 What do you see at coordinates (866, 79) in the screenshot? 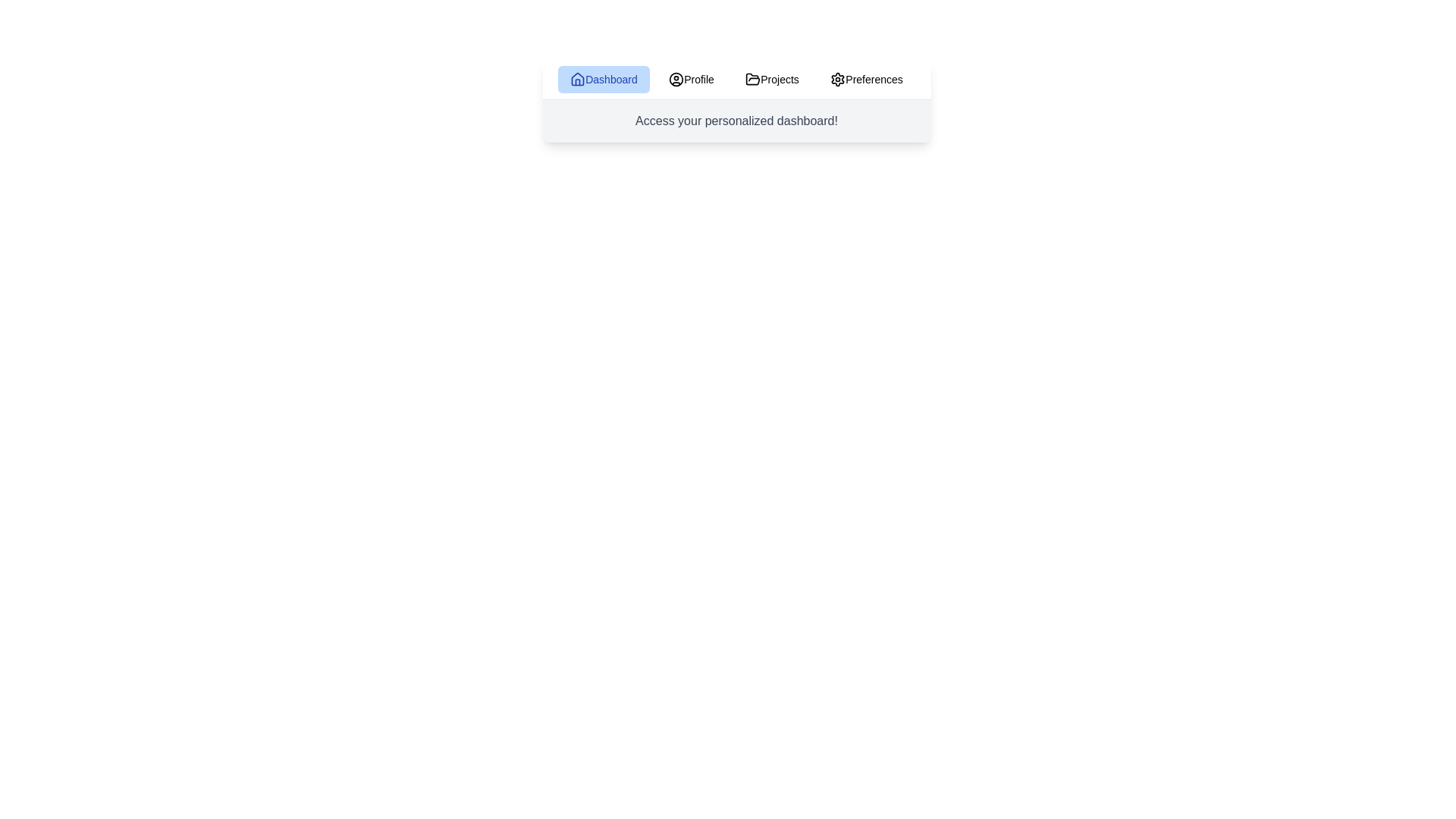
I see `the tab labeled Preferences to view its content` at bounding box center [866, 79].